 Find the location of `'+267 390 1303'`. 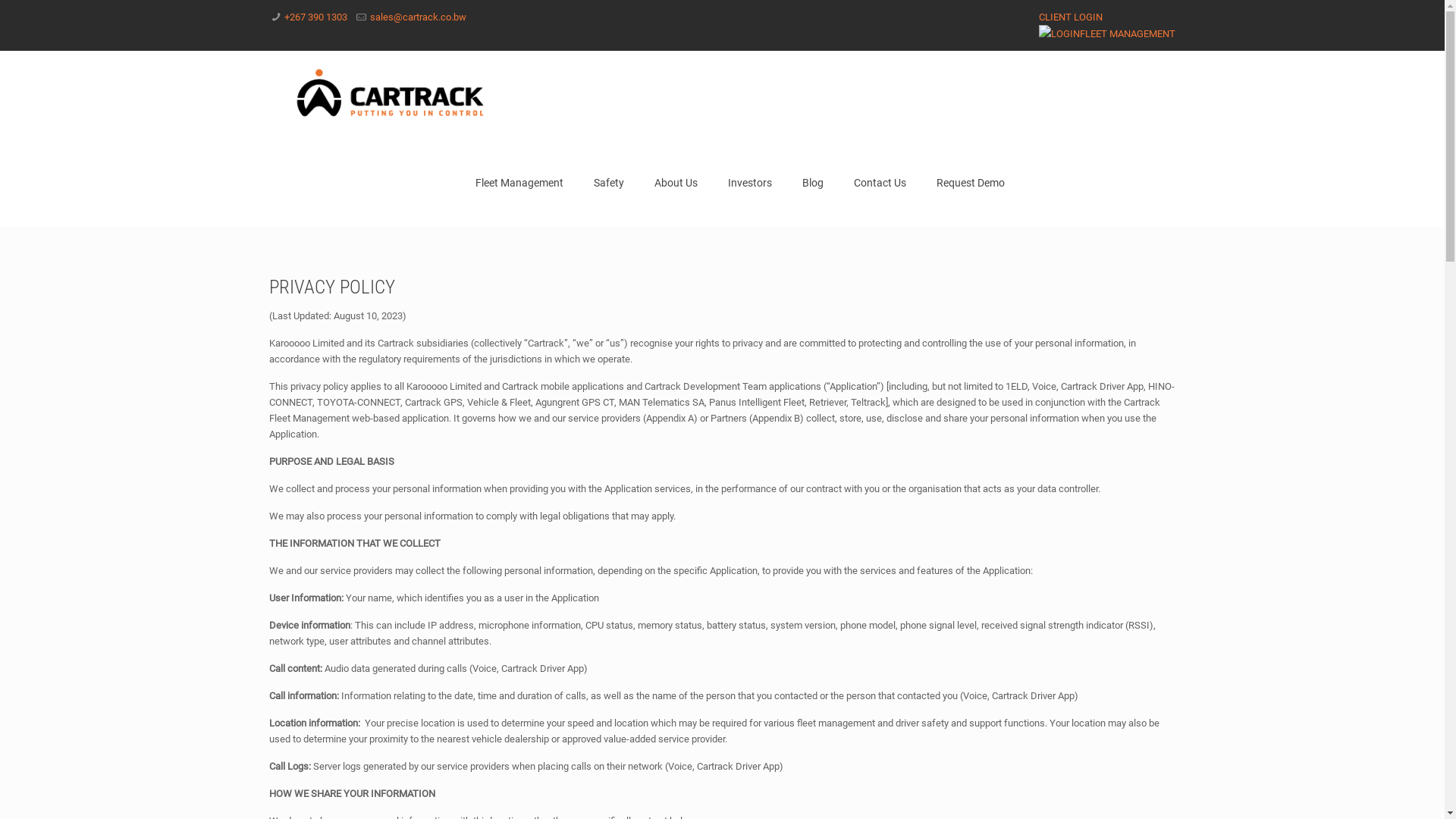

'+267 390 1303' is located at coordinates (315, 17).